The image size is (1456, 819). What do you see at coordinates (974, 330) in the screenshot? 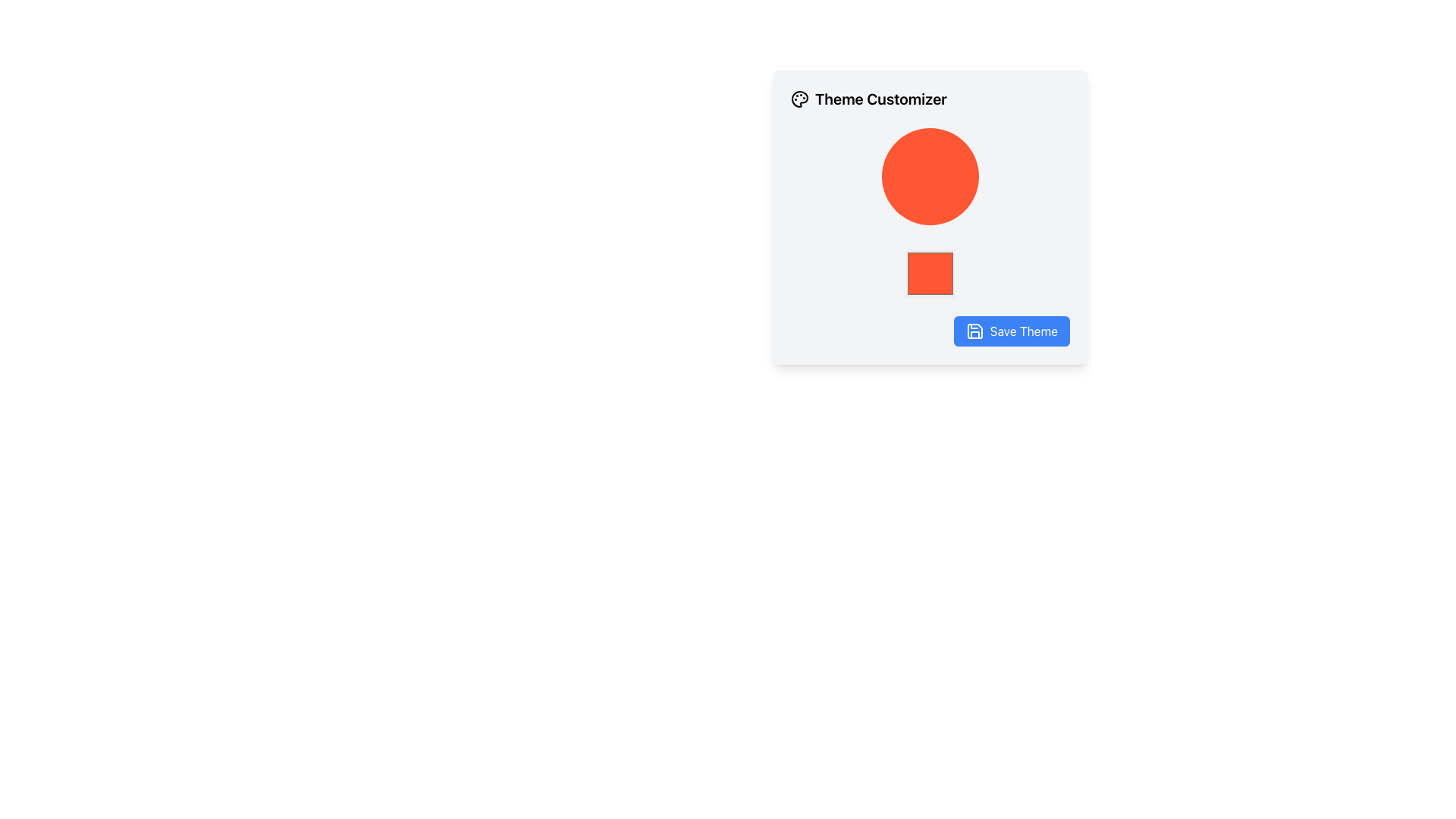
I see `the save icon (floppy disk) located inside the 'Save Theme' button at the bottom-right of the 'Theme Customizer' interface` at bounding box center [974, 330].